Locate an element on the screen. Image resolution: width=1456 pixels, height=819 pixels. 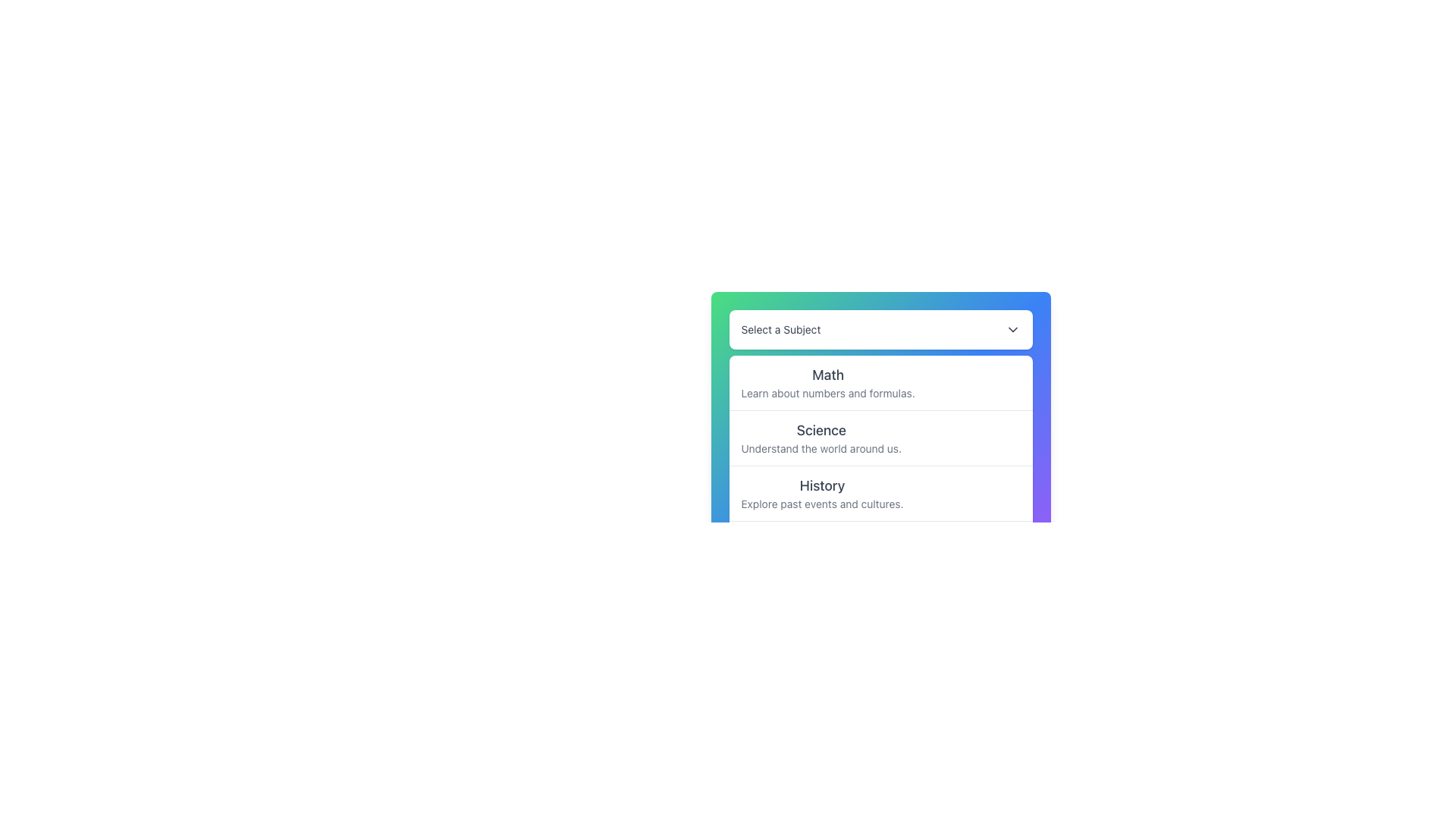
the 'Math' text label, which is displayed in a bold and larger font at the top of the list section is located at coordinates (827, 375).